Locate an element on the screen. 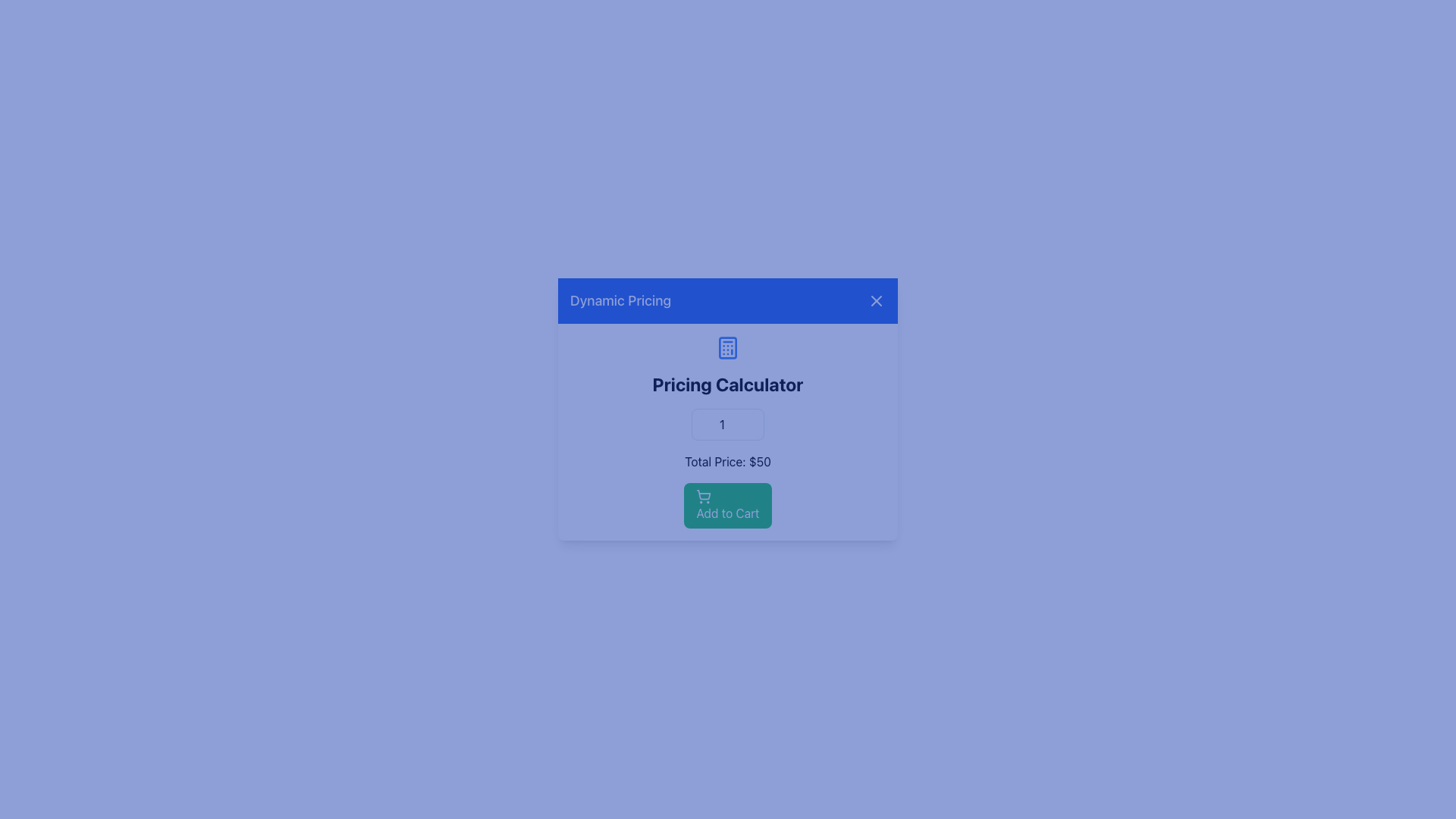 The width and height of the screenshot is (1456, 819). the cart icon located within the 'Add to Cart' button in the 'Pricing Calculator' modal window is located at coordinates (703, 497).